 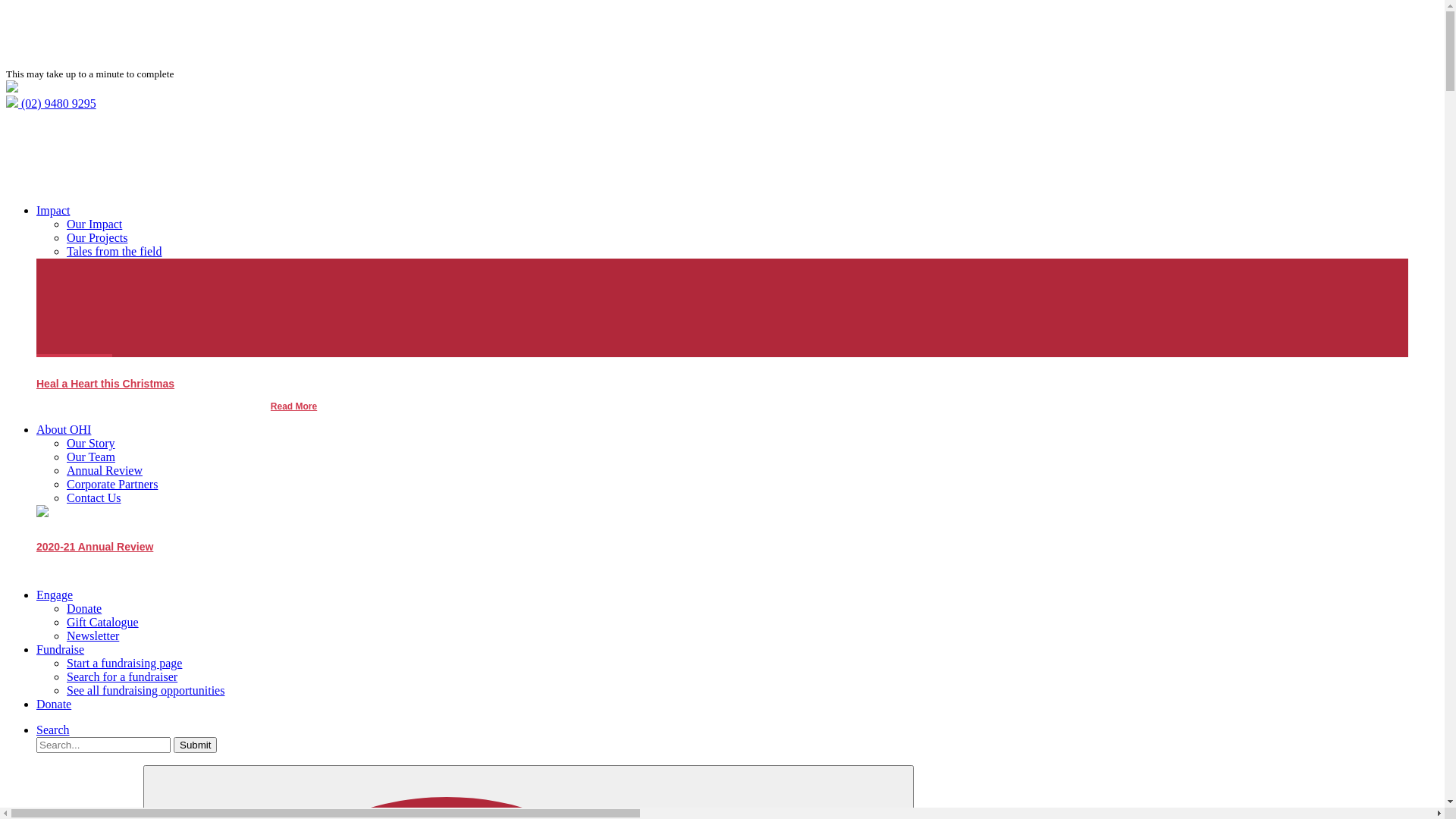 What do you see at coordinates (90, 456) in the screenshot?
I see `'Our Team'` at bounding box center [90, 456].